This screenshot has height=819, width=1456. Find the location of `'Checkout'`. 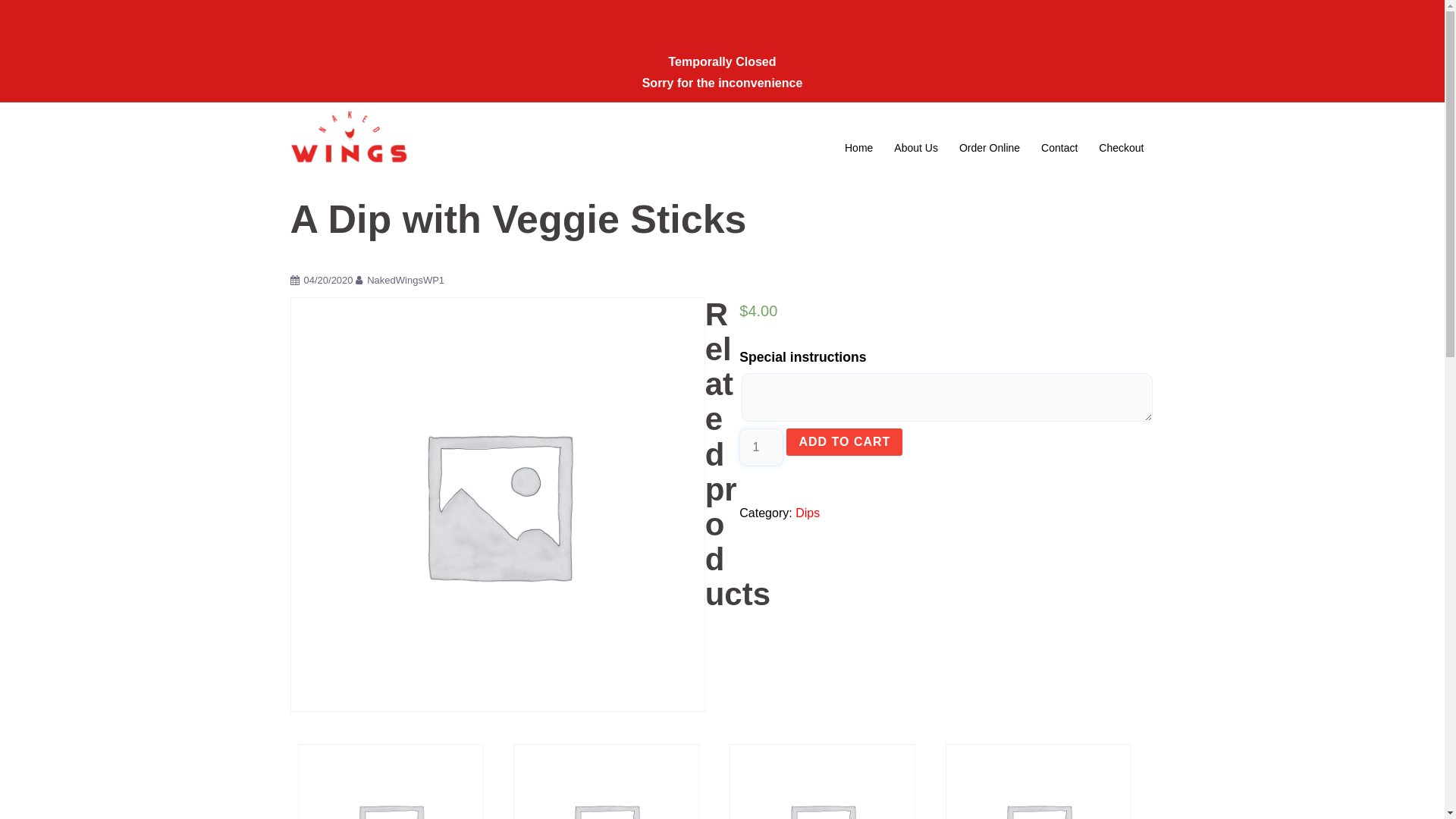

'Checkout' is located at coordinates (1121, 148).